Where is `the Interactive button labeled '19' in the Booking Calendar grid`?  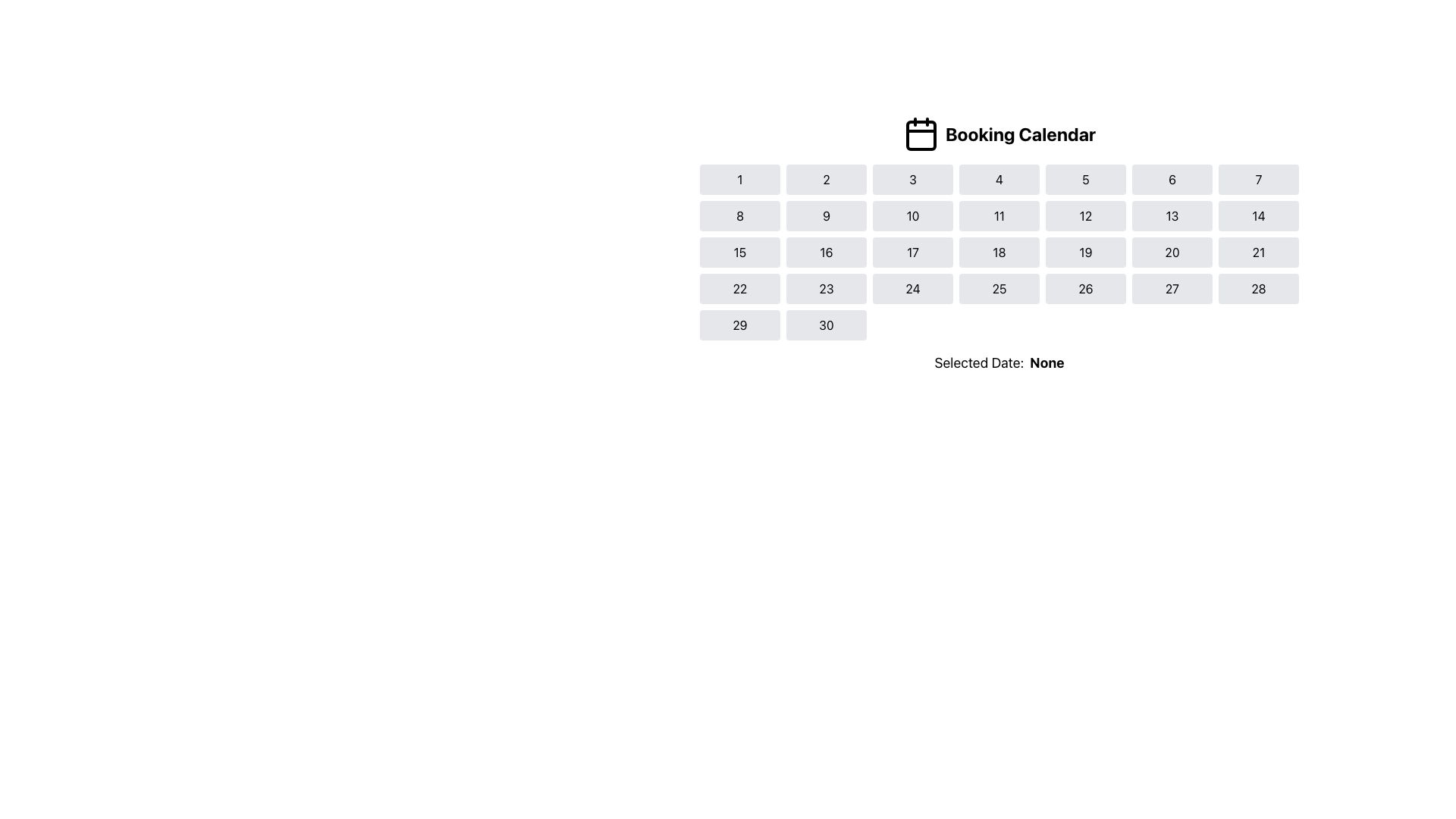 the Interactive button labeled '19' in the Booking Calendar grid is located at coordinates (1084, 251).